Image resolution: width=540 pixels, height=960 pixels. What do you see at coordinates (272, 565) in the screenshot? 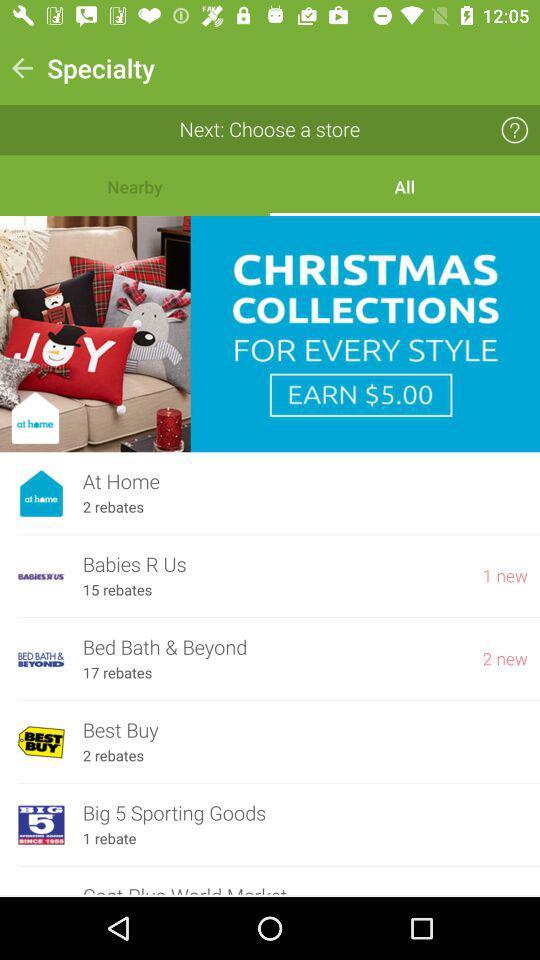
I see `babies r us icon` at bounding box center [272, 565].